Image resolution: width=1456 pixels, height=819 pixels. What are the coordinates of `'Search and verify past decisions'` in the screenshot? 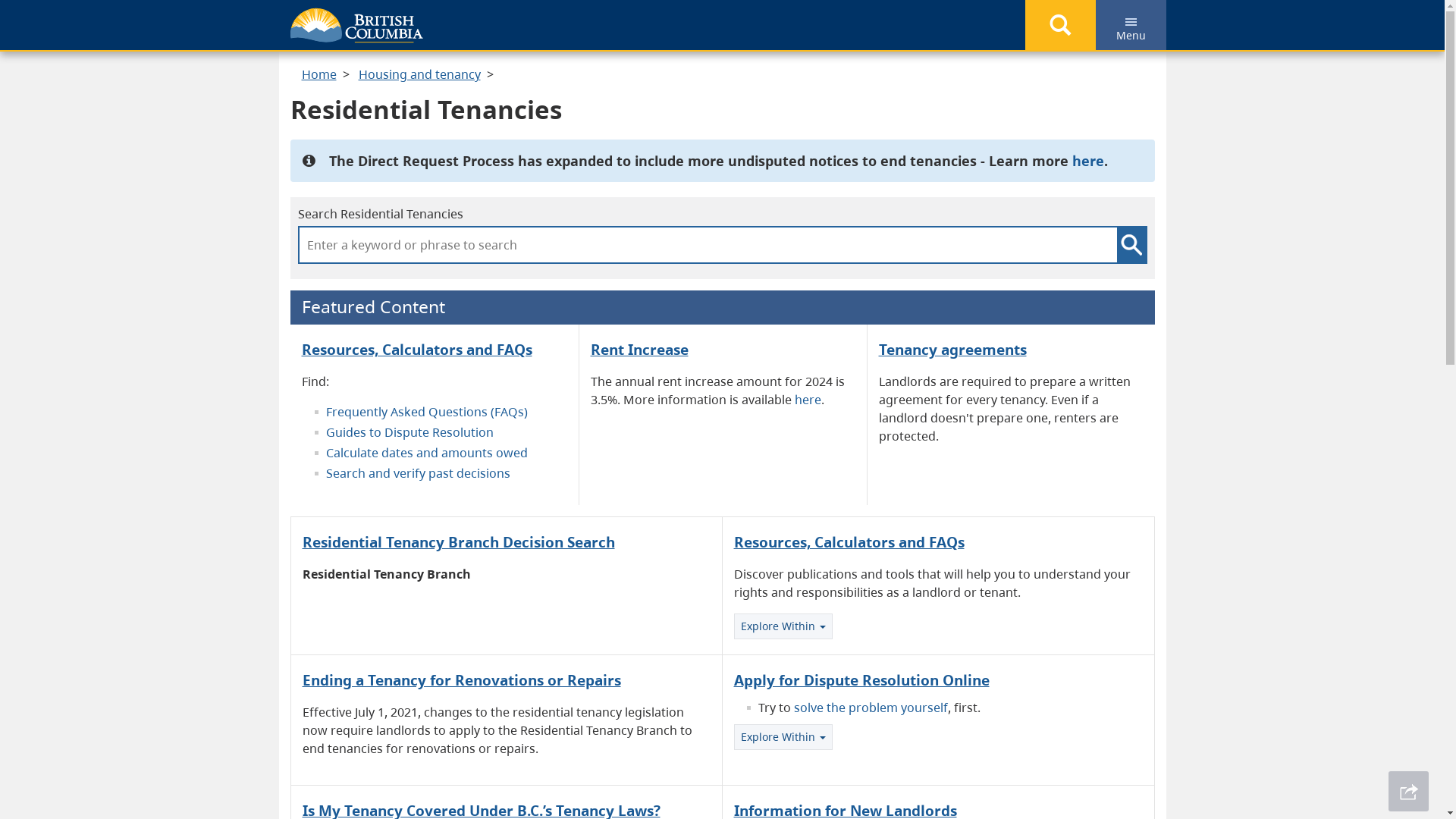 It's located at (325, 472).